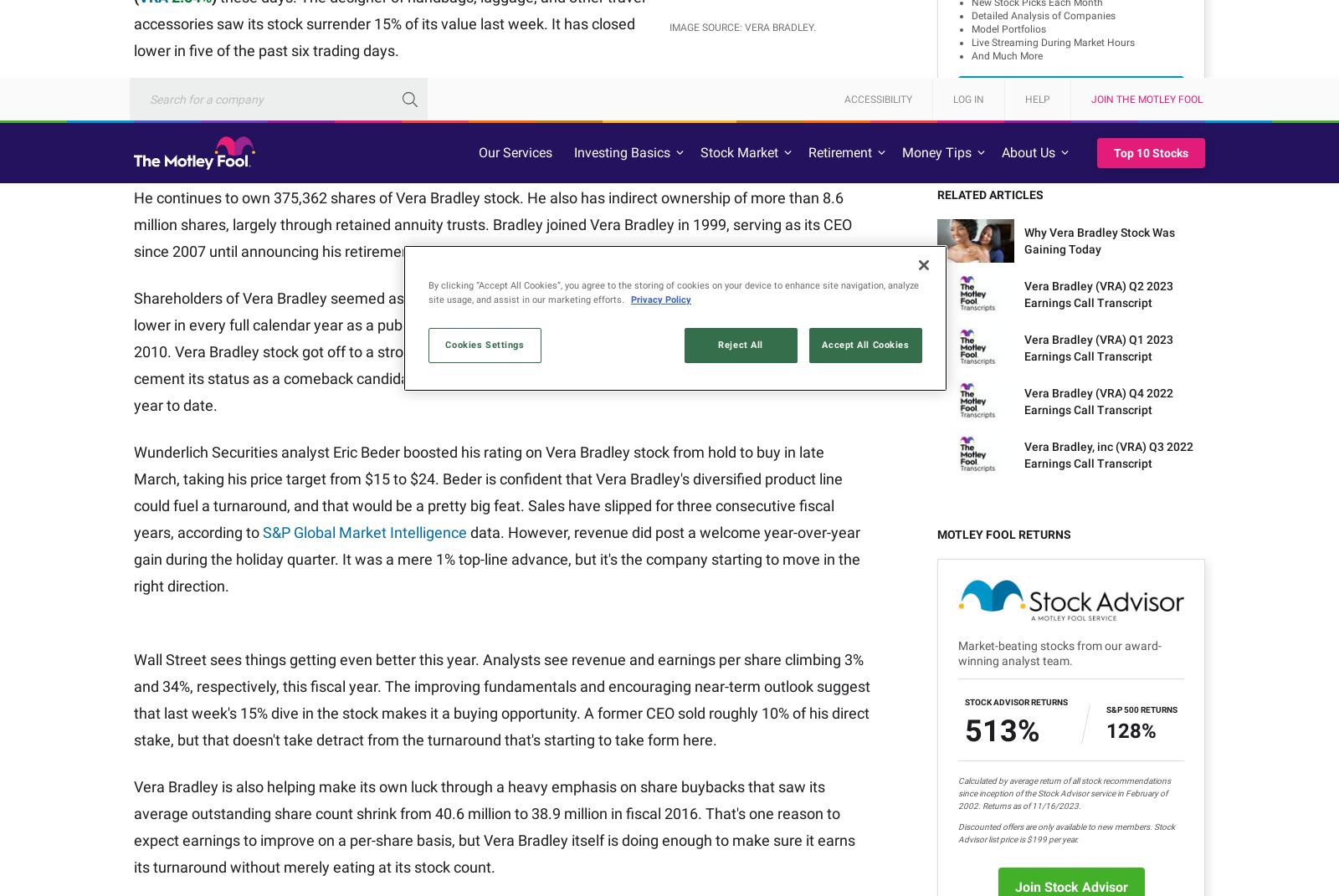 The width and height of the screenshot is (1339, 896). Describe the element at coordinates (441, 644) in the screenshot. I see `'Newsroom'` at that location.